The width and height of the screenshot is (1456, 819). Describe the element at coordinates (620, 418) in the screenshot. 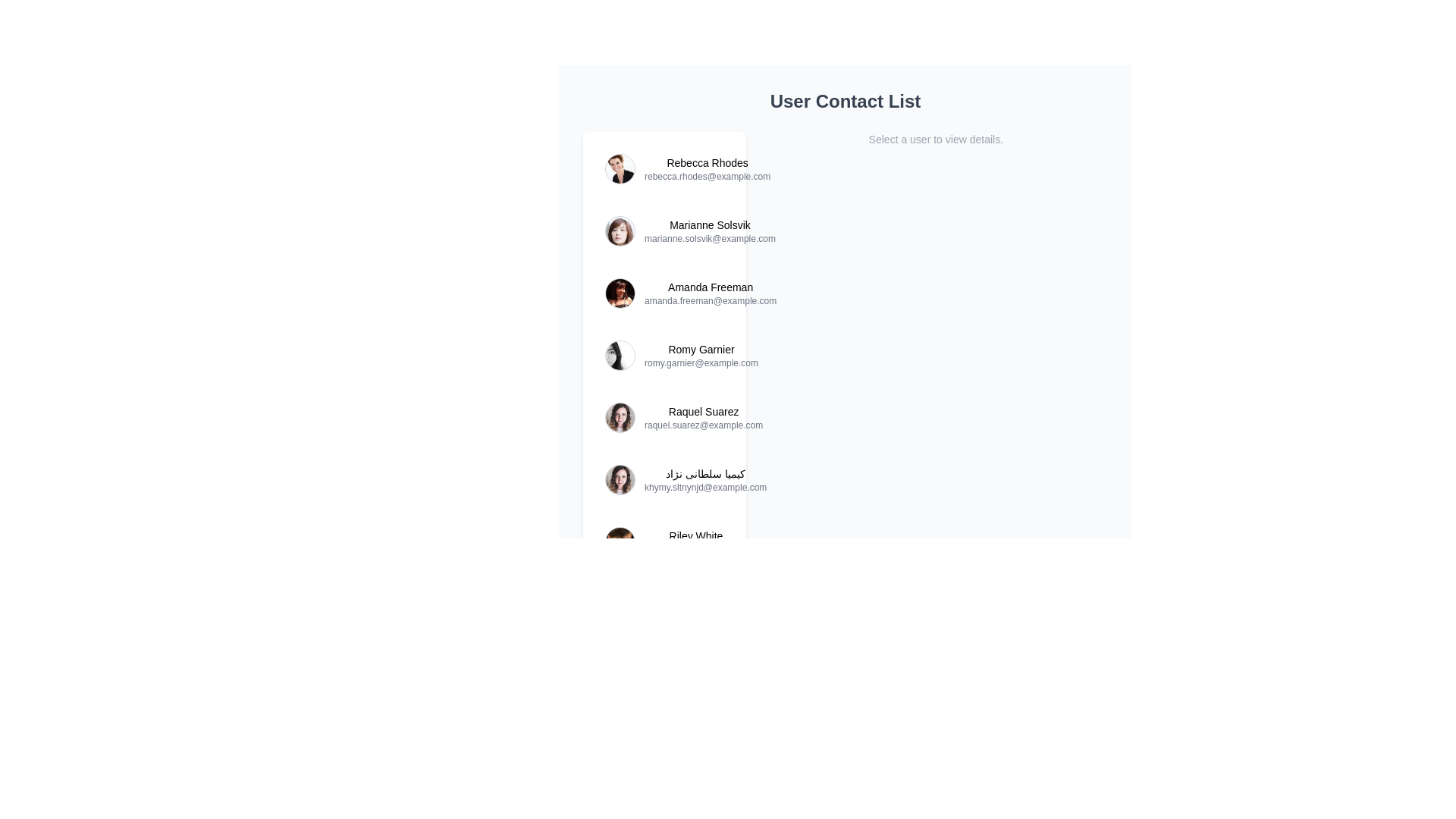

I see `the circular user avatar of Raquel Suarez, located in the fifth row of the contact list` at that location.